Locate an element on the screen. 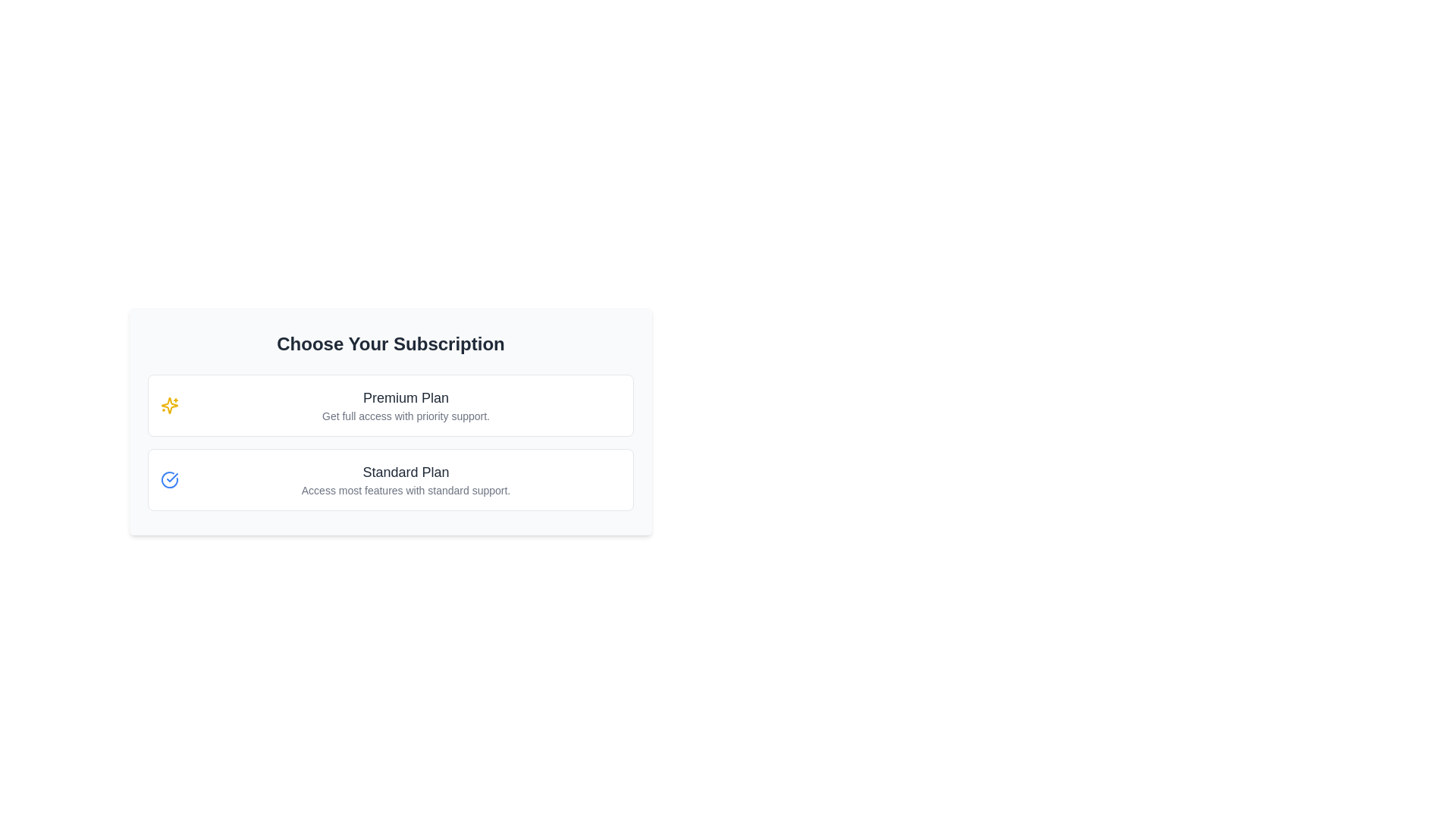  text label 'Standard Plan', which is styled in a medium-sized, bold font and located in the subscription option section is located at coordinates (406, 472).